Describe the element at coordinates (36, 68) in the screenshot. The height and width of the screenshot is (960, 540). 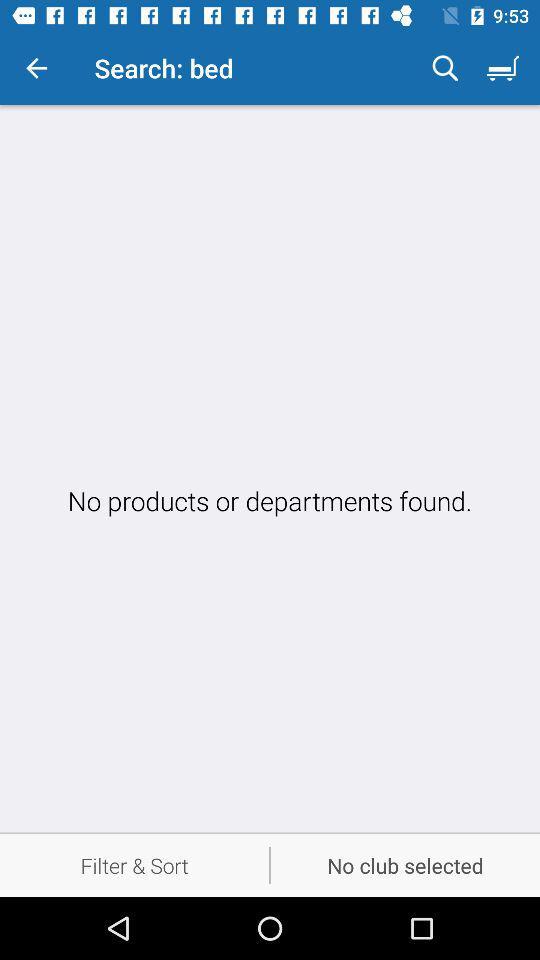
I see `the item to the left of search: bed icon` at that location.